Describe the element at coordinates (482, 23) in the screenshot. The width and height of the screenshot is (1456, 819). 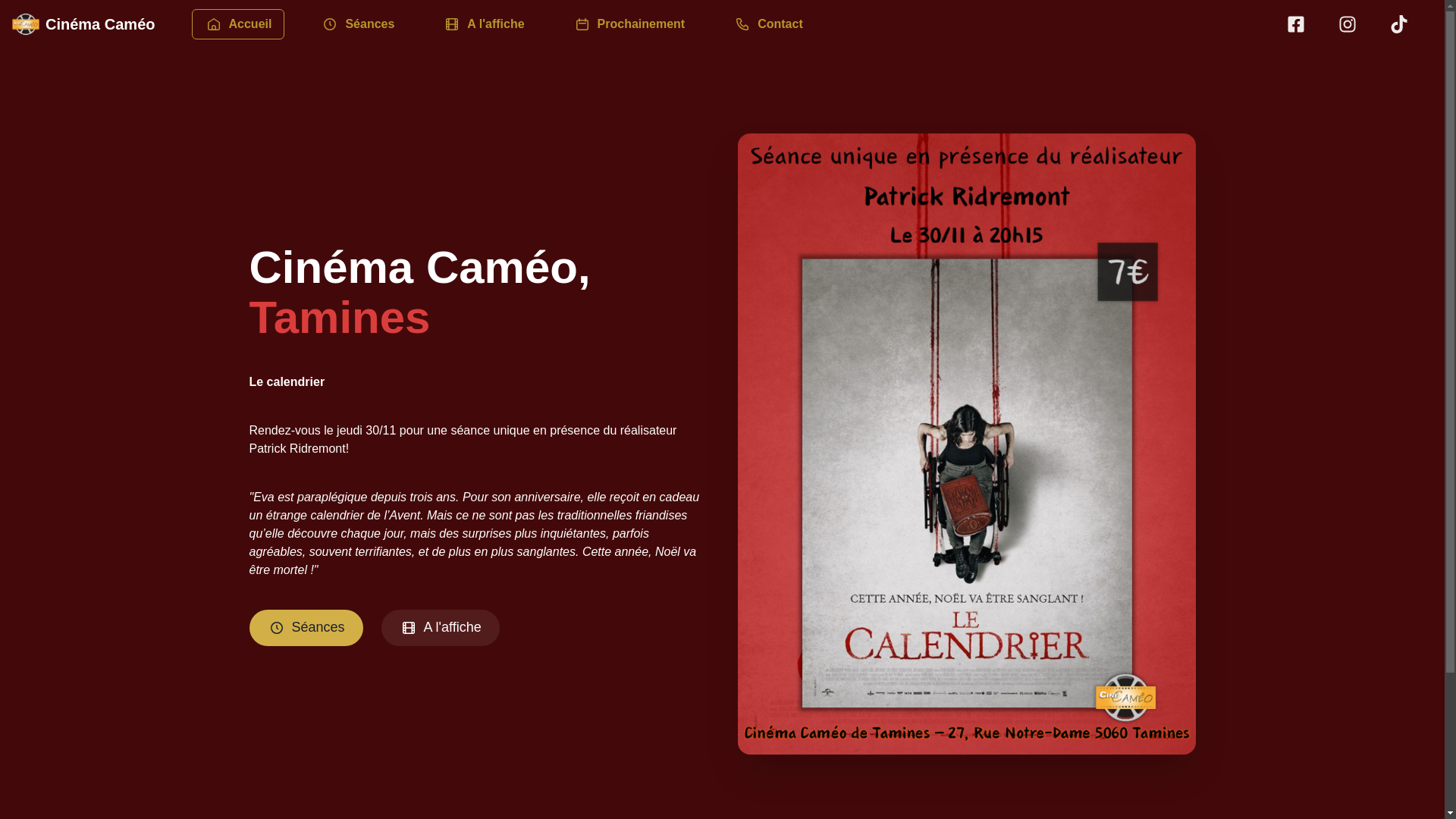
I see `'A l'affiche'` at that location.